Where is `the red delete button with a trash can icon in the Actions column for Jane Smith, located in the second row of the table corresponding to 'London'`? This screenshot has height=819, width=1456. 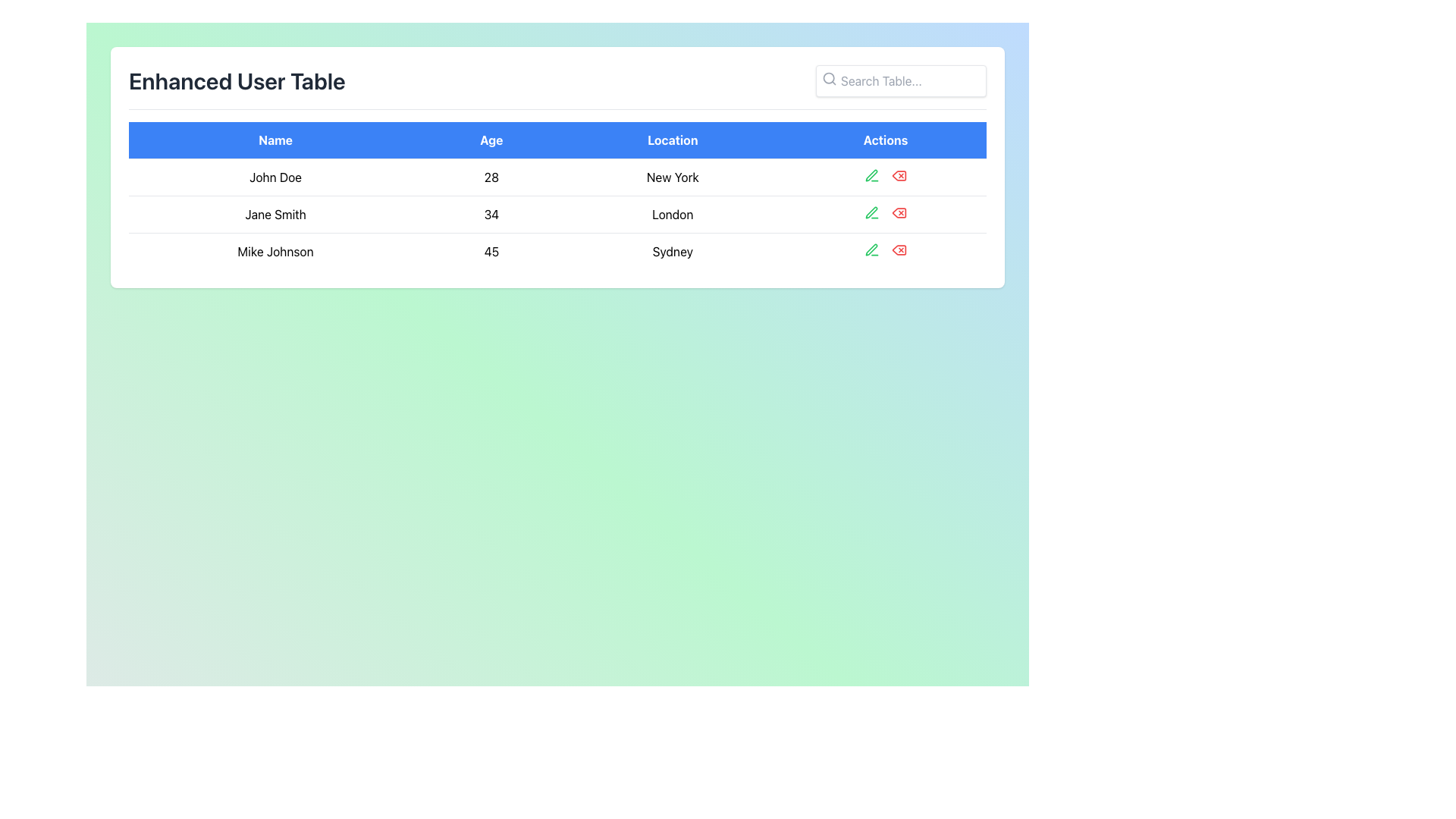
the red delete button with a trash can icon in the Actions column for Jane Smith, located in the second row of the table corresponding to 'London' is located at coordinates (899, 213).